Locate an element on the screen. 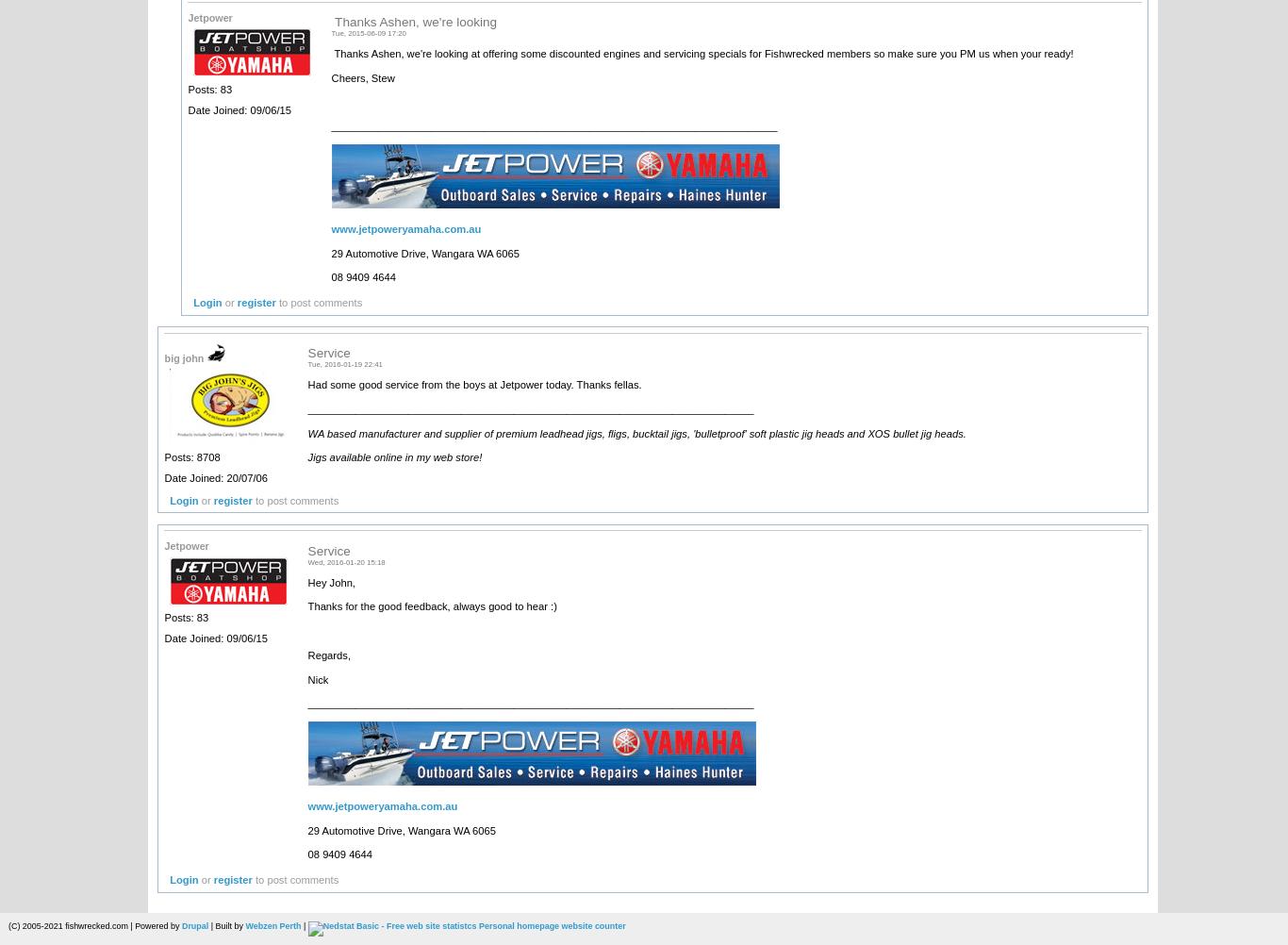 This screenshot has width=1288, height=945. 'Drupal' is located at coordinates (180, 923).